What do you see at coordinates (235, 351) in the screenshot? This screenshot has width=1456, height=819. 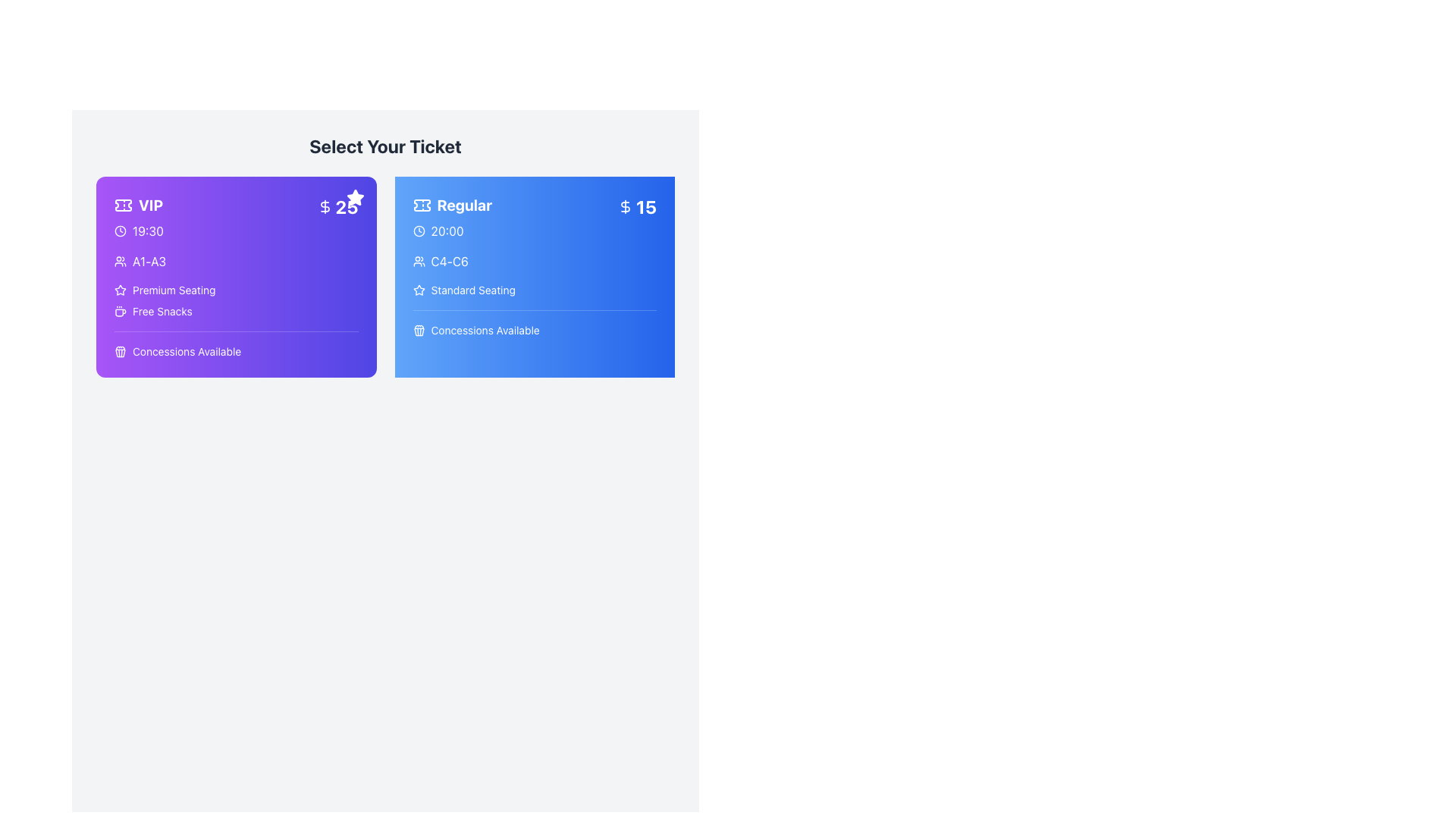 I see `the 'Concessions' Label with Icon located below the VIP ticket section` at bounding box center [235, 351].